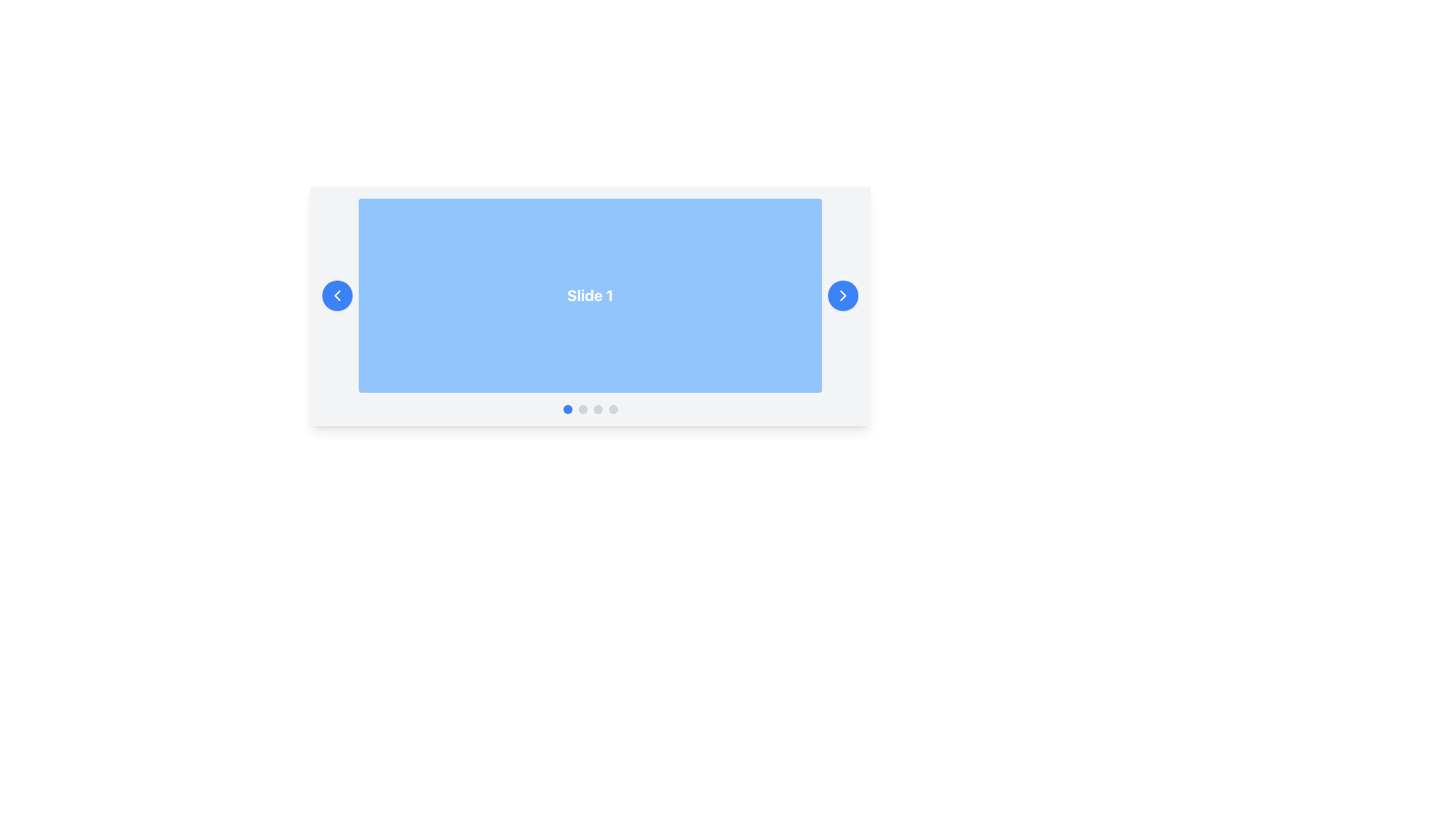 The width and height of the screenshot is (1456, 819). What do you see at coordinates (597, 409) in the screenshot?
I see `the third dot button in the carousel navigation` at bounding box center [597, 409].